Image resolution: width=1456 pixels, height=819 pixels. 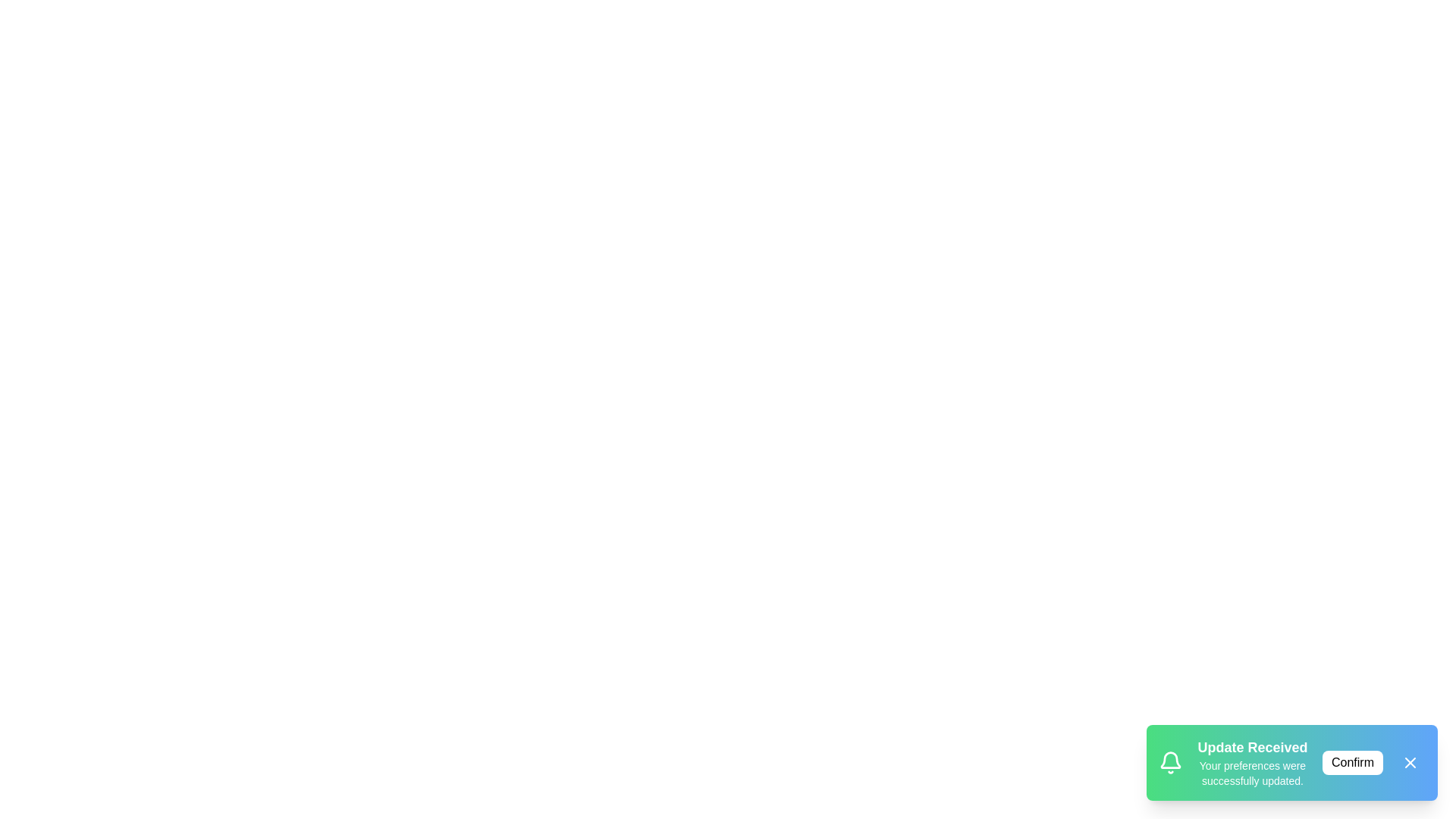 What do you see at coordinates (1353, 763) in the screenshot?
I see `'Confirm' button to acknowledge the update` at bounding box center [1353, 763].